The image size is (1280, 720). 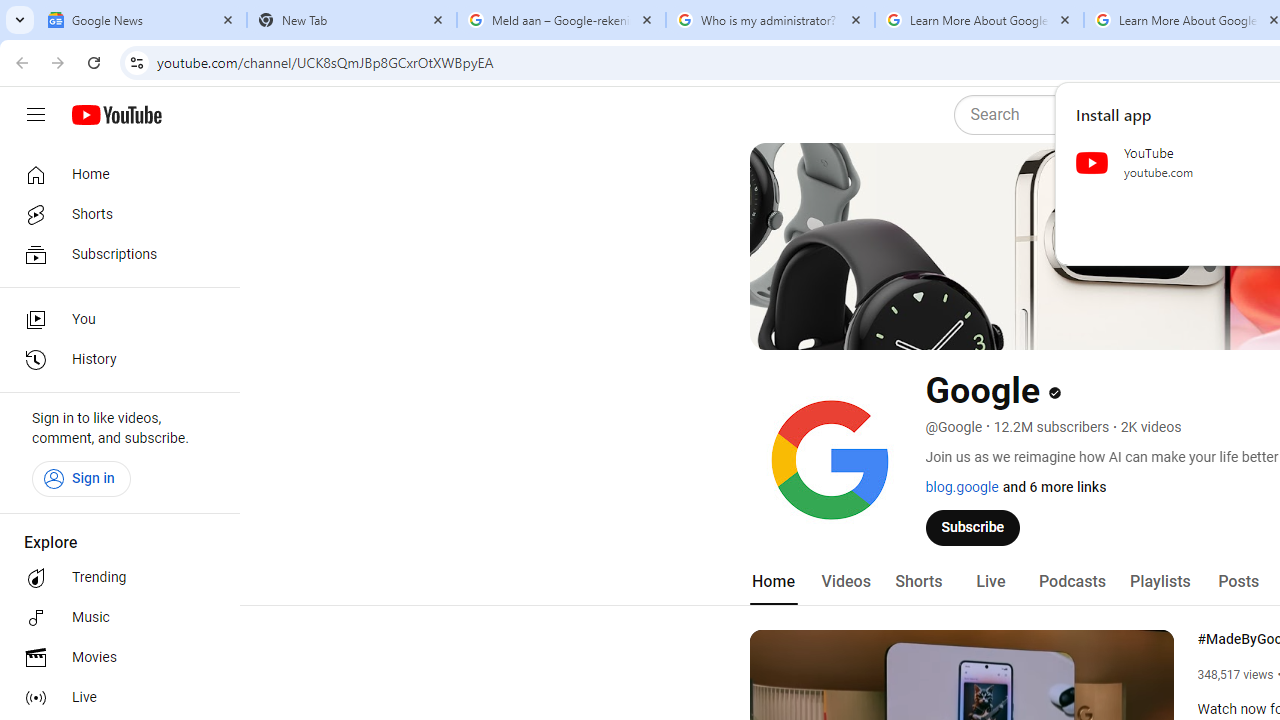 I want to click on 'Trending', so click(x=112, y=578).